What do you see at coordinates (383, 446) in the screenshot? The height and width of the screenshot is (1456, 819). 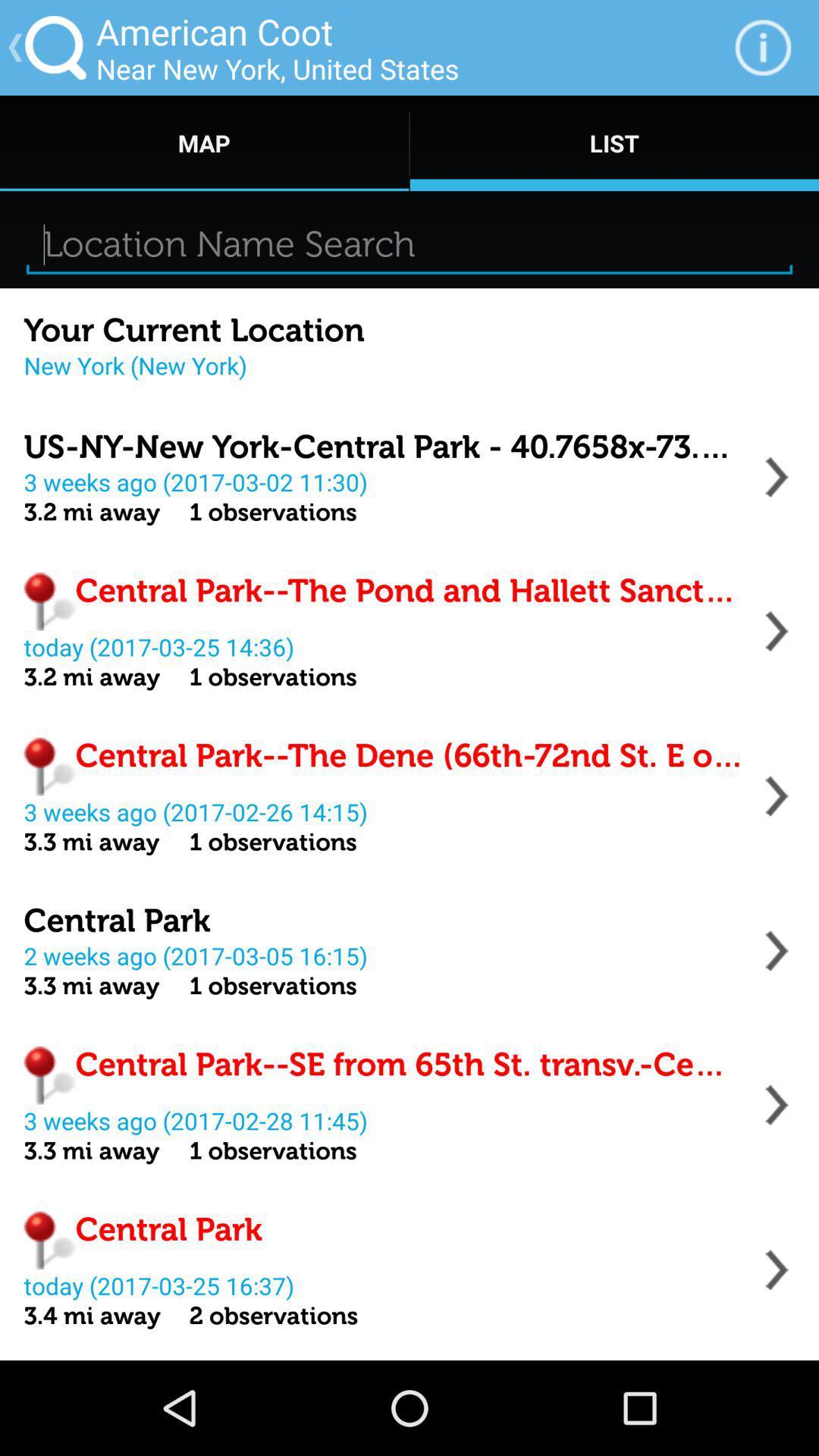 I see `the icon above the 3 weeks ago icon` at bounding box center [383, 446].